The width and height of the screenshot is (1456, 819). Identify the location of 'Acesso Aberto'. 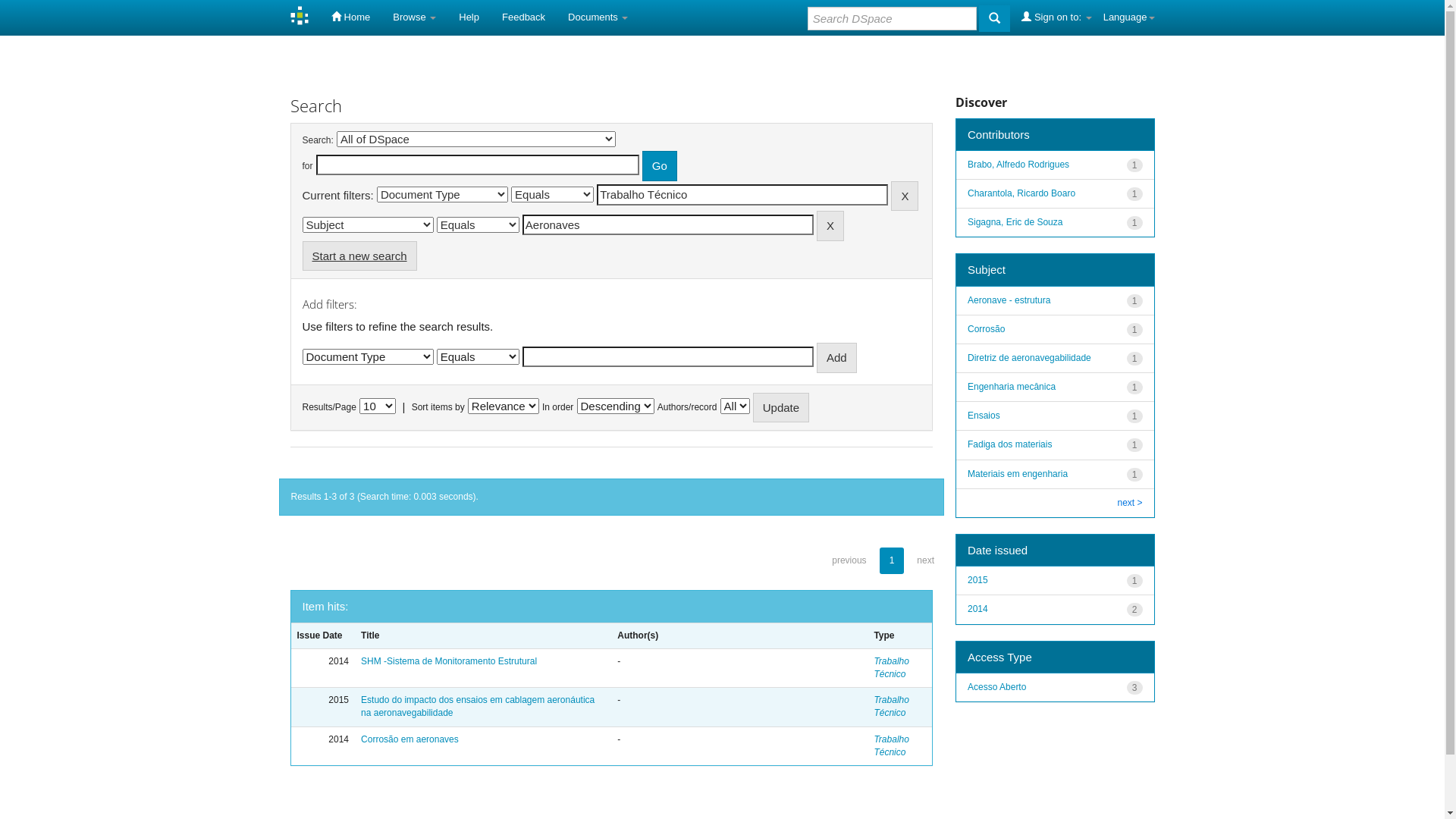
(967, 687).